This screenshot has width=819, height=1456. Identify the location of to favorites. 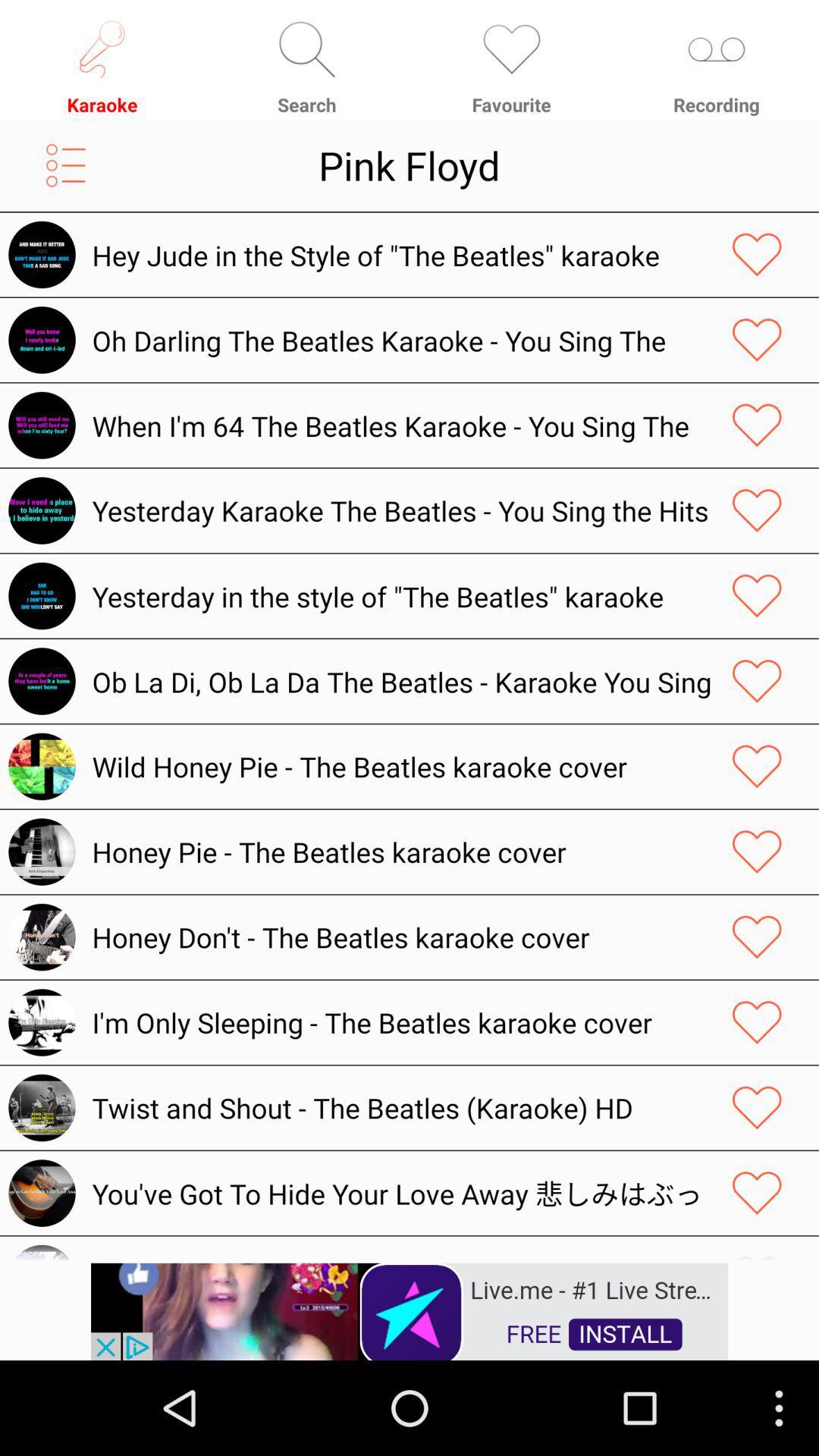
(757, 1192).